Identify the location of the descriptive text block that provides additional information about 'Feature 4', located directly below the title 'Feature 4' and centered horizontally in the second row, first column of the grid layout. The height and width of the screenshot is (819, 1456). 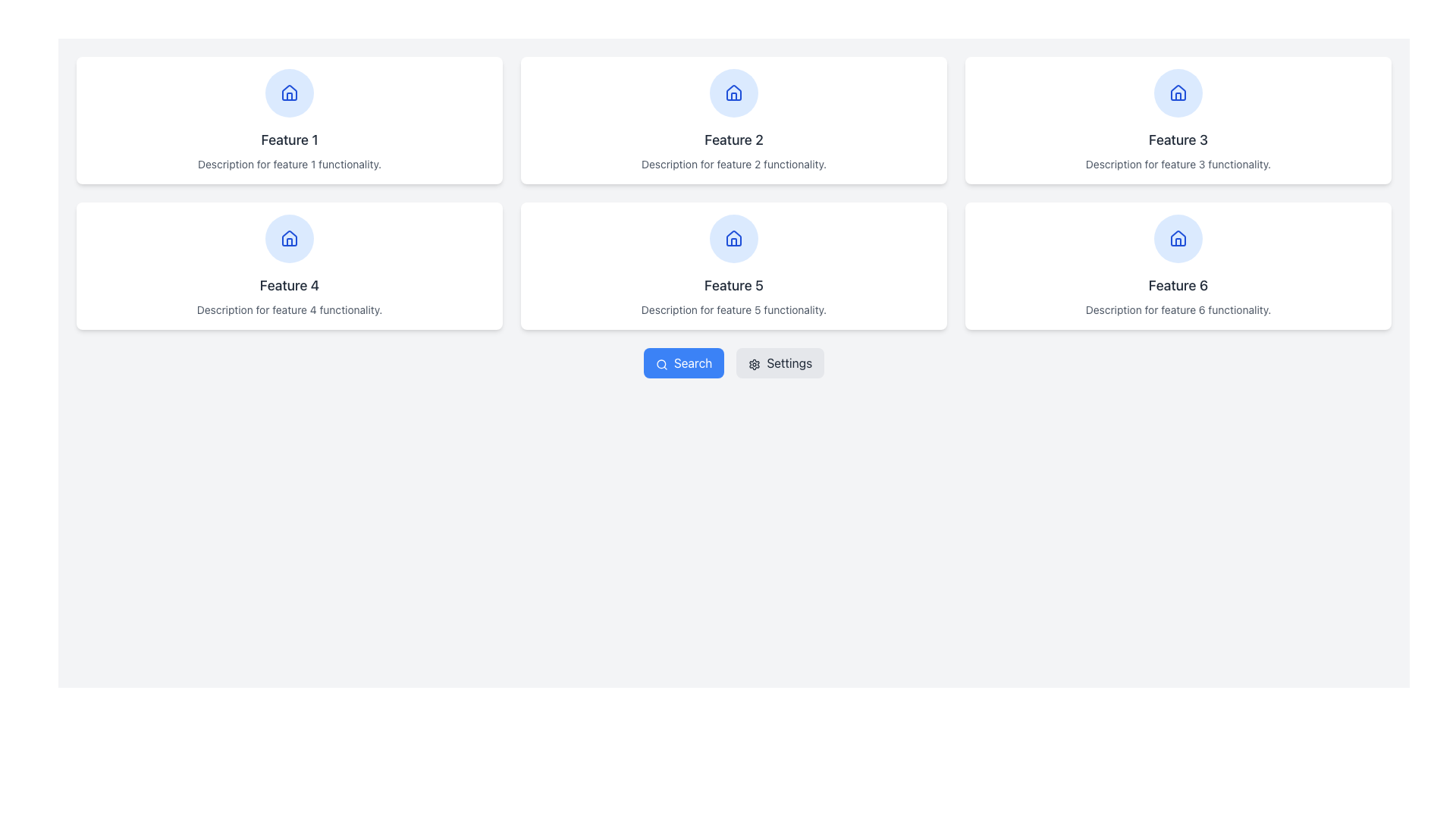
(290, 309).